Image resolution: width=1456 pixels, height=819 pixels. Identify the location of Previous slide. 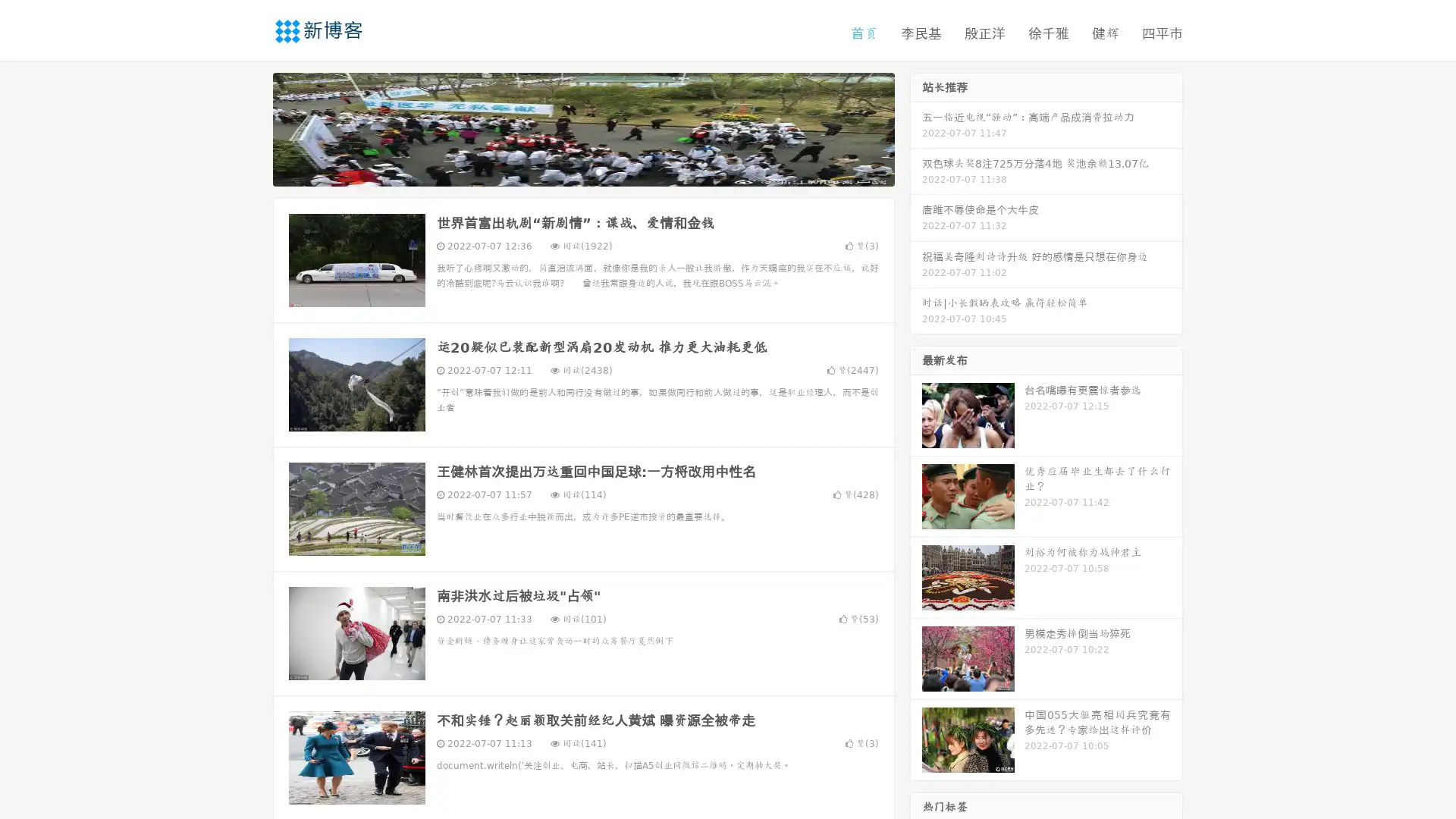
(250, 127).